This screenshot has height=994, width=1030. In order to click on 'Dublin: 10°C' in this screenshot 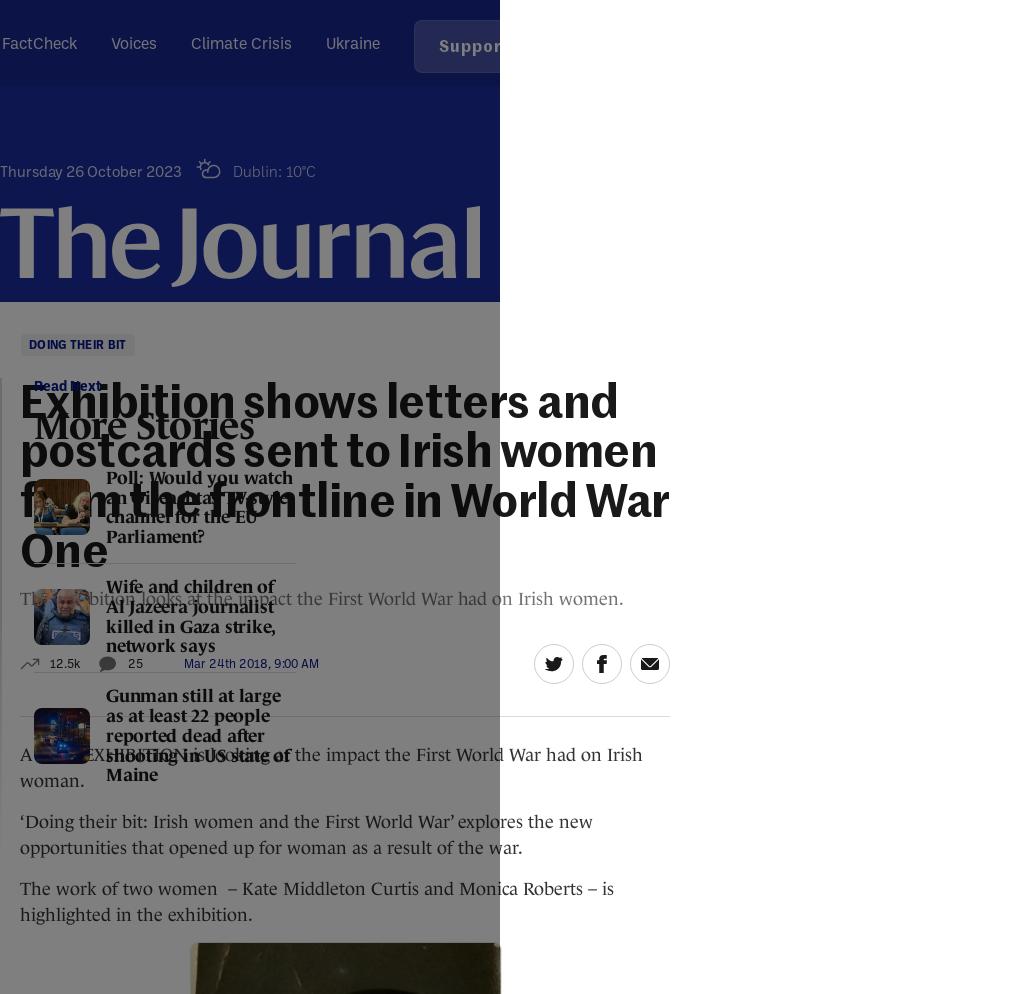, I will do `click(273, 171)`.